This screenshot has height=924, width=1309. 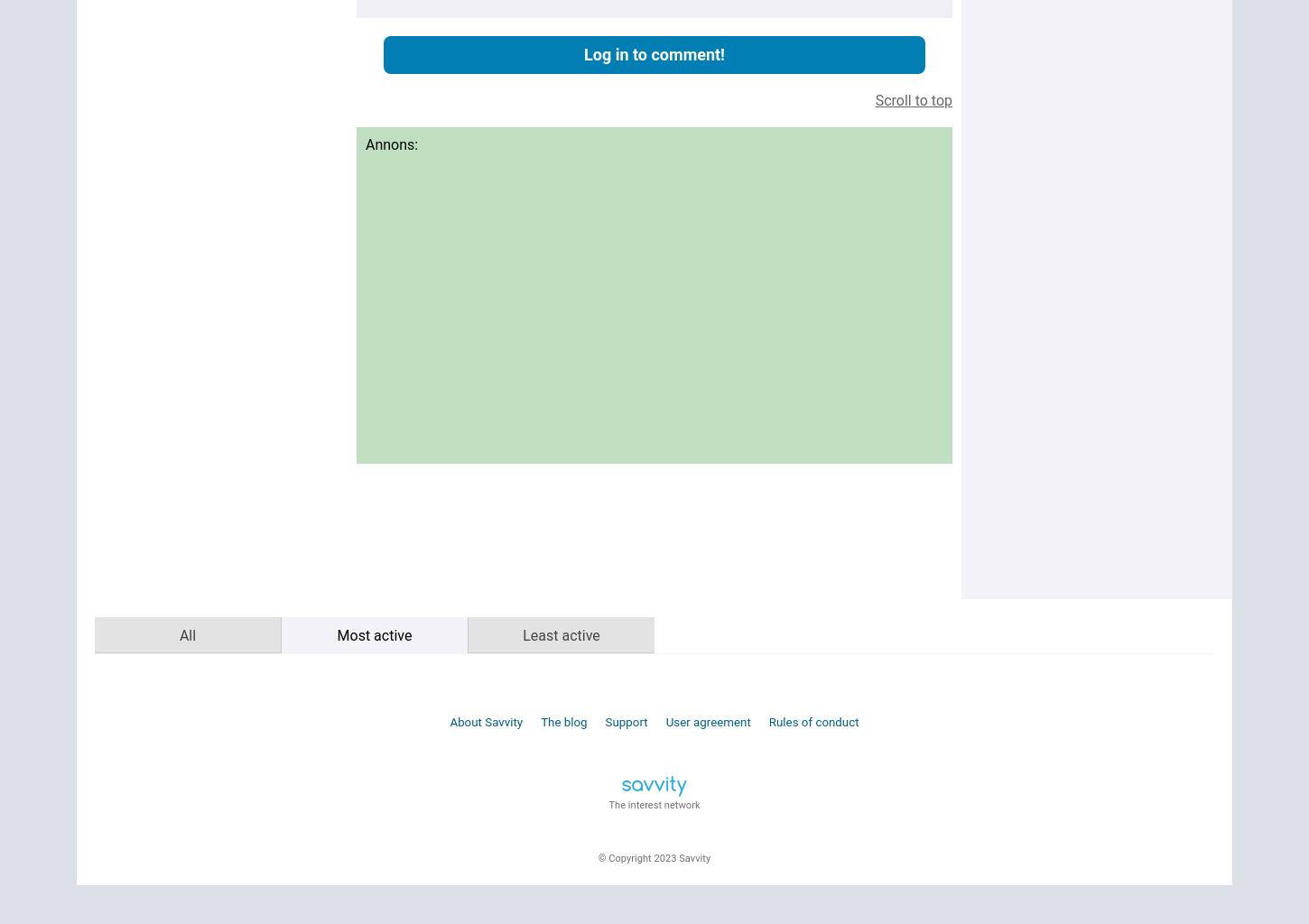 I want to click on 'User agreement', so click(x=708, y=721).